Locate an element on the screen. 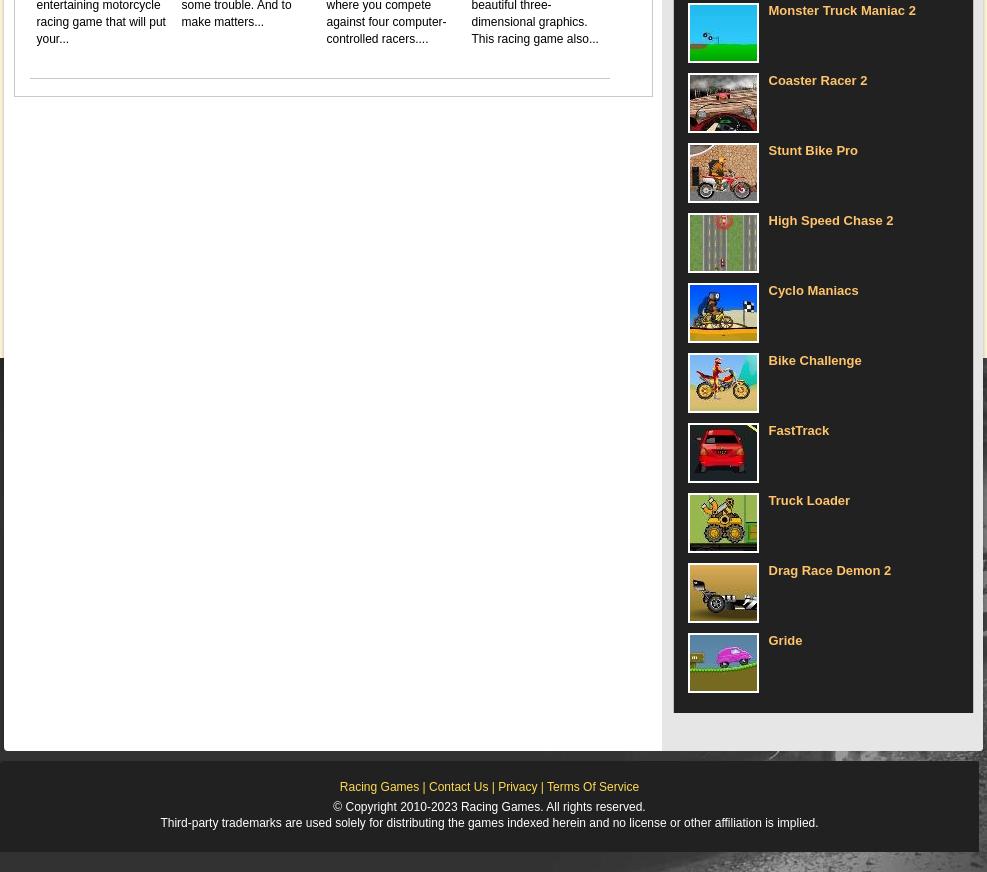 The width and height of the screenshot is (987, 872). 'Monster Truck Maniac 2' is located at coordinates (841, 8).